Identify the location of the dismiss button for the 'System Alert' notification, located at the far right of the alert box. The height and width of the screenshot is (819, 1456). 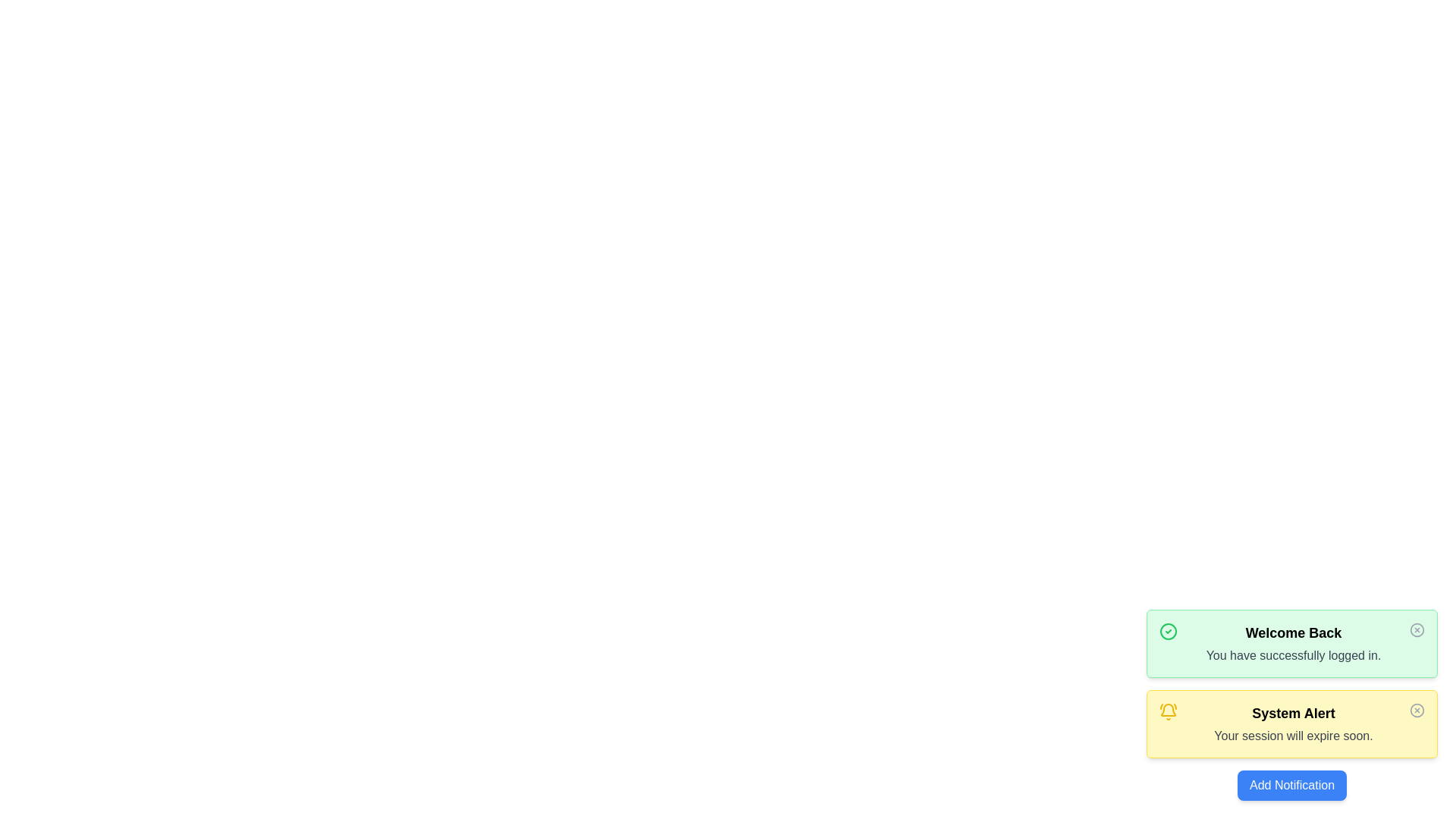
(1416, 711).